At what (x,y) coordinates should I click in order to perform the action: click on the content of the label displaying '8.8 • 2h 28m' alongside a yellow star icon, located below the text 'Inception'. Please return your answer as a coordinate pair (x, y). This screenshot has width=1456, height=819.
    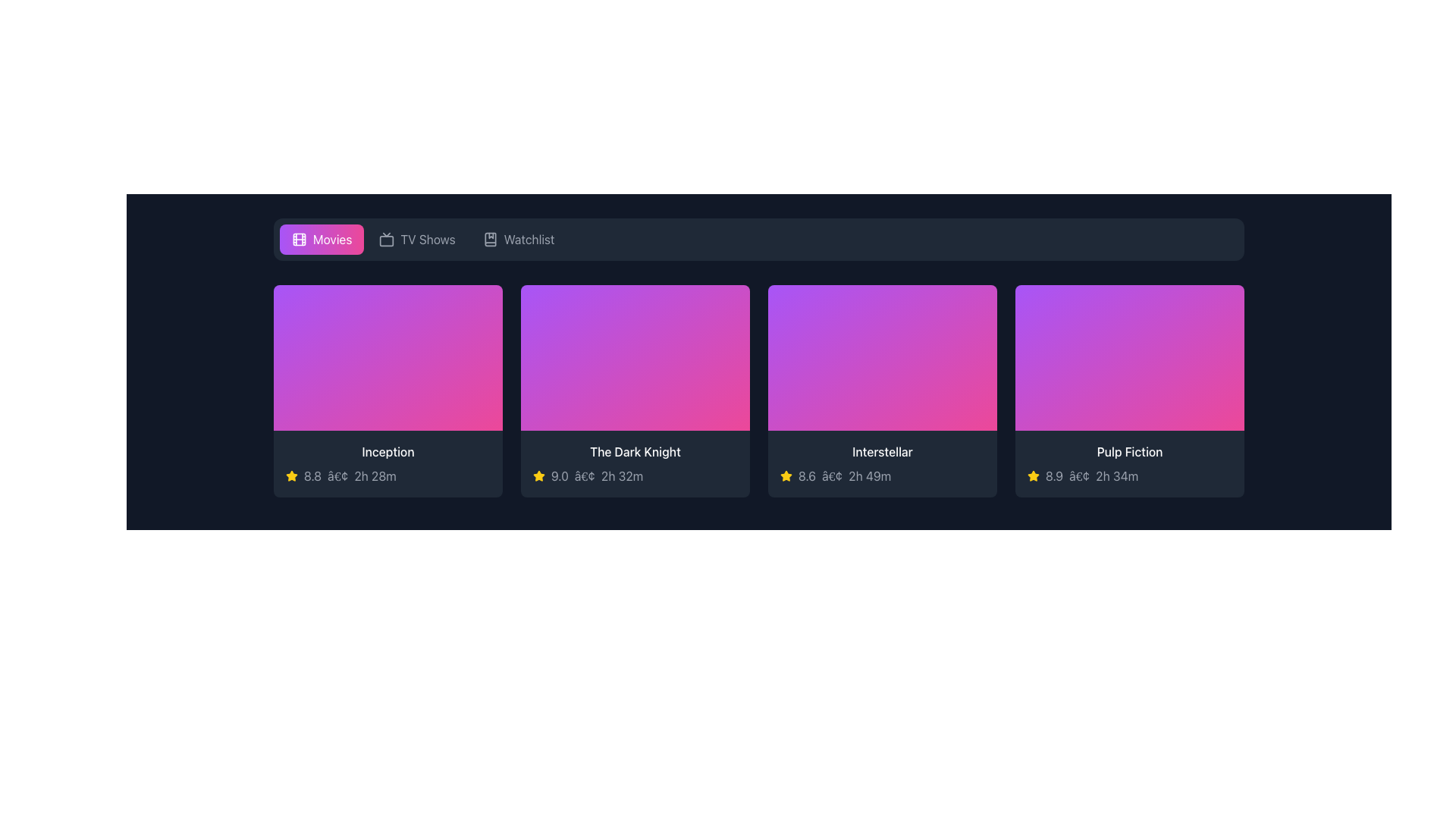
    Looking at the image, I should click on (388, 475).